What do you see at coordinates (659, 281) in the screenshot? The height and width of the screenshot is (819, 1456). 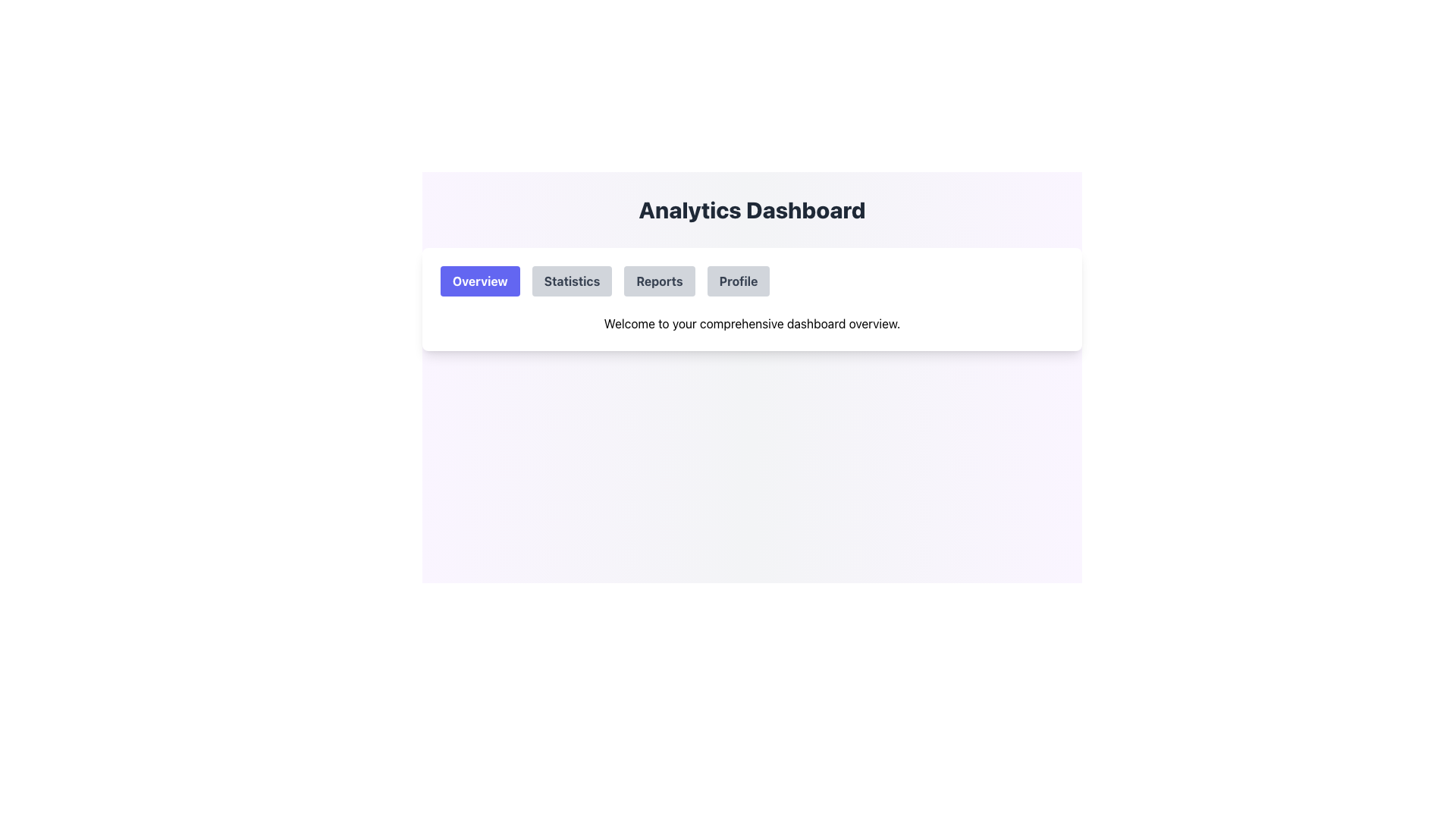 I see `the 'Reports' button located in the upper section of the interface` at bounding box center [659, 281].